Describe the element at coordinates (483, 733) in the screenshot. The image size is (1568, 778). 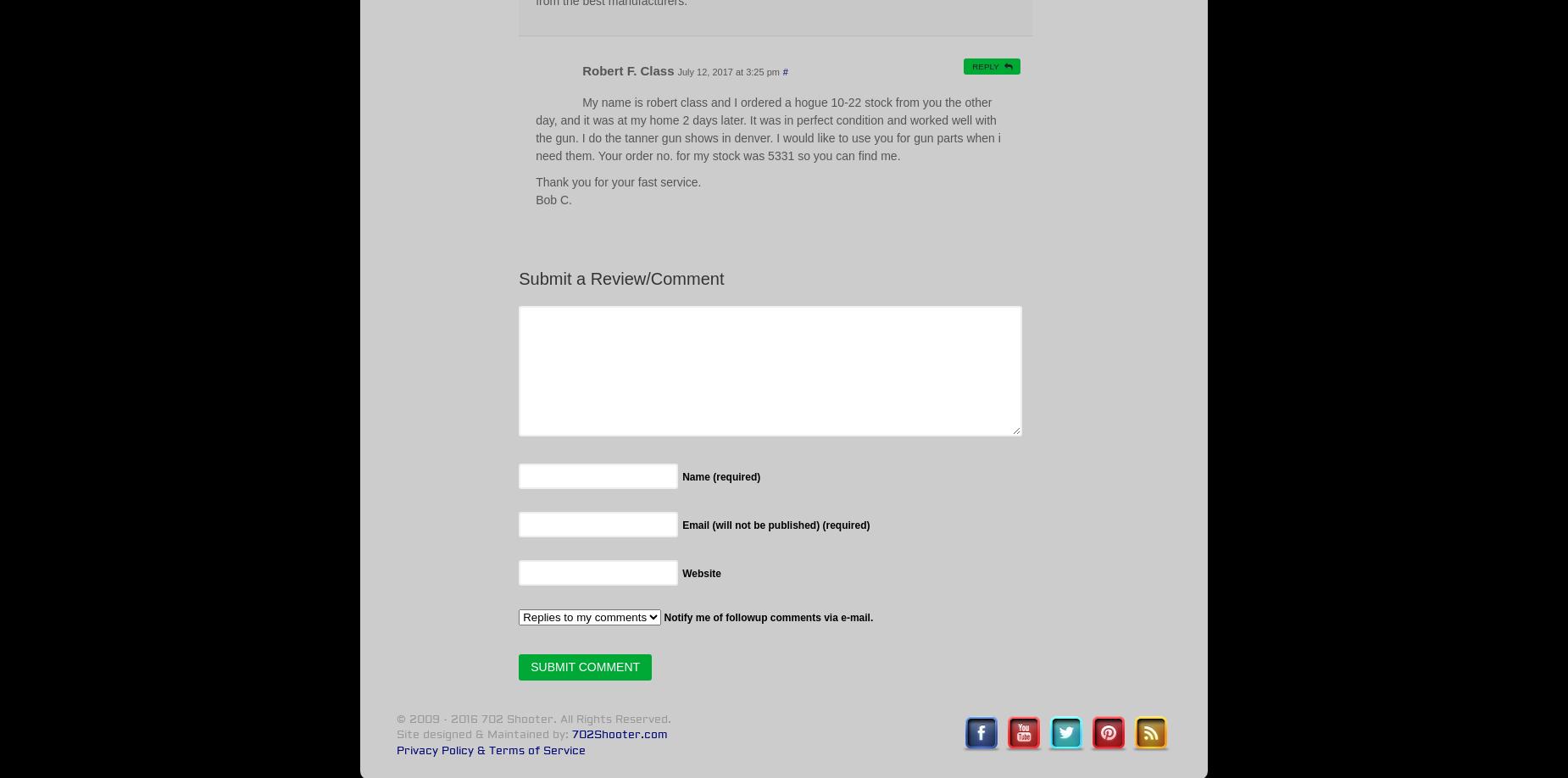
I see `'Site designed & Maintained by:'` at that location.